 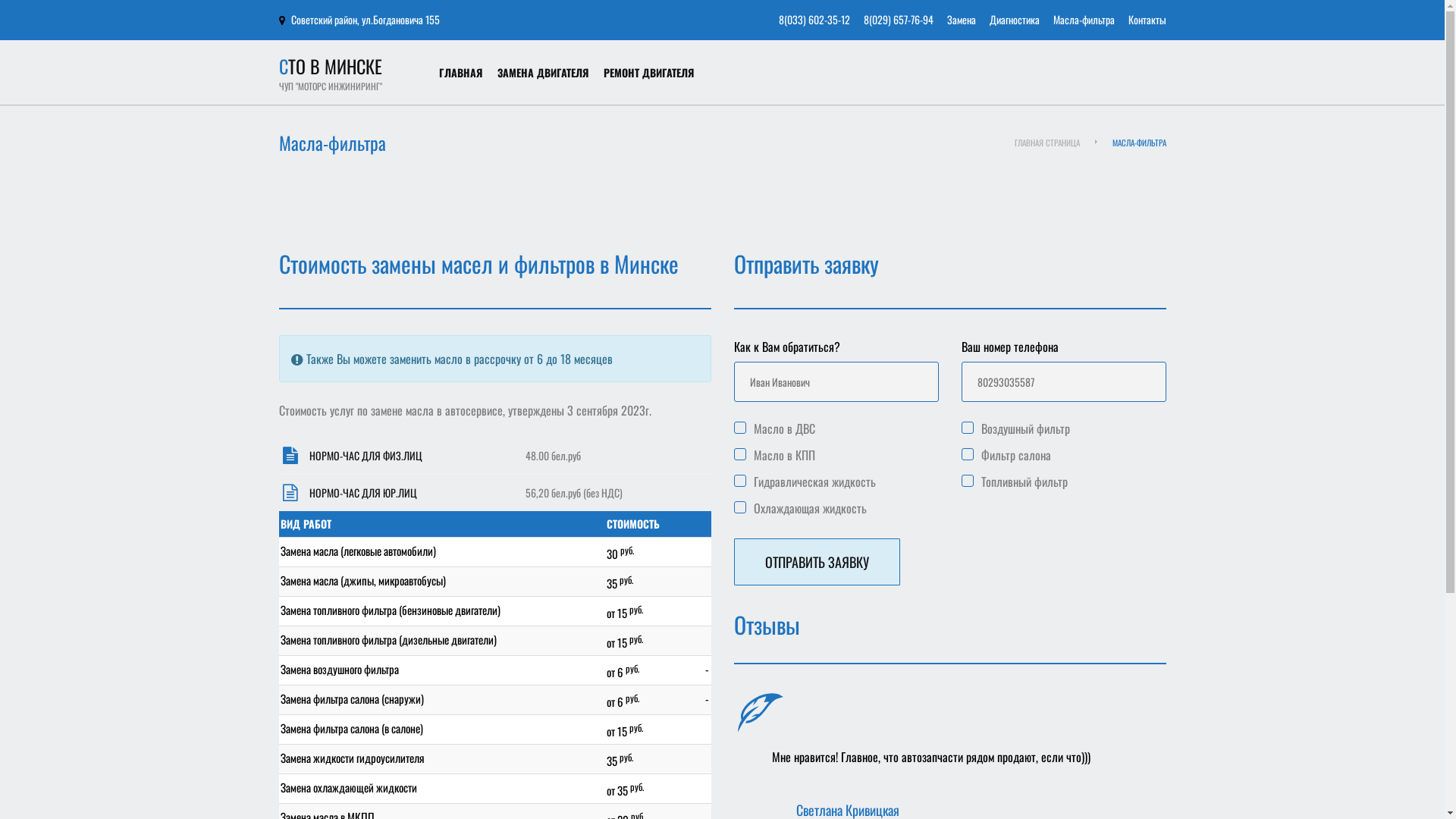 What do you see at coordinates (862, 19) in the screenshot?
I see `'8(029) 657-76-94'` at bounding box center [862, 19].